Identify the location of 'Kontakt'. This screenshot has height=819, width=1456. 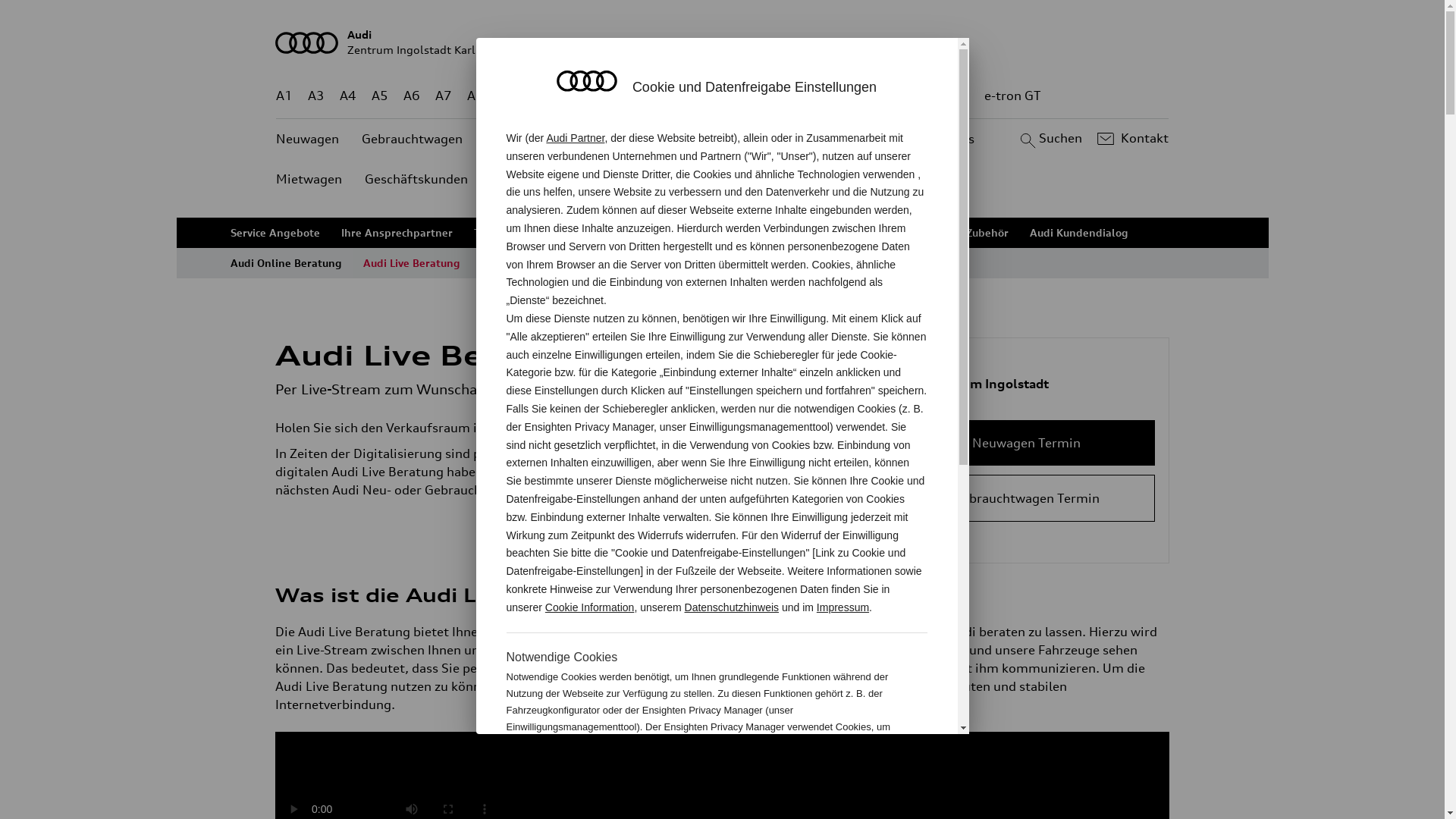
(1131, 138).